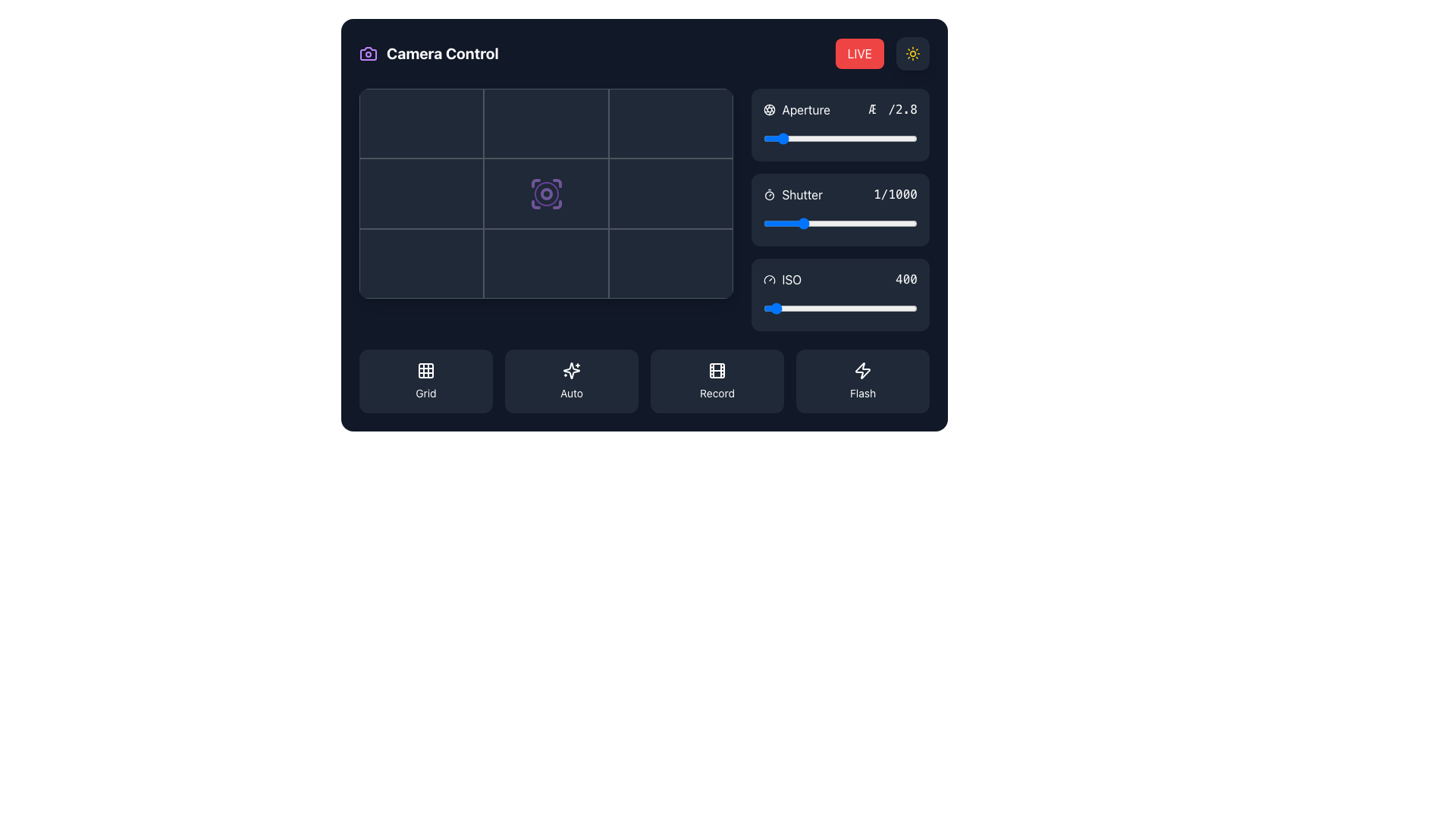 This screenshot has height=819, width=1456. What do you see at coordinates (770, 280) in the screenshot?
I see `the small gauge icon located to the left of the 'ISO' text in the control component` at bounding box center [770, 280].